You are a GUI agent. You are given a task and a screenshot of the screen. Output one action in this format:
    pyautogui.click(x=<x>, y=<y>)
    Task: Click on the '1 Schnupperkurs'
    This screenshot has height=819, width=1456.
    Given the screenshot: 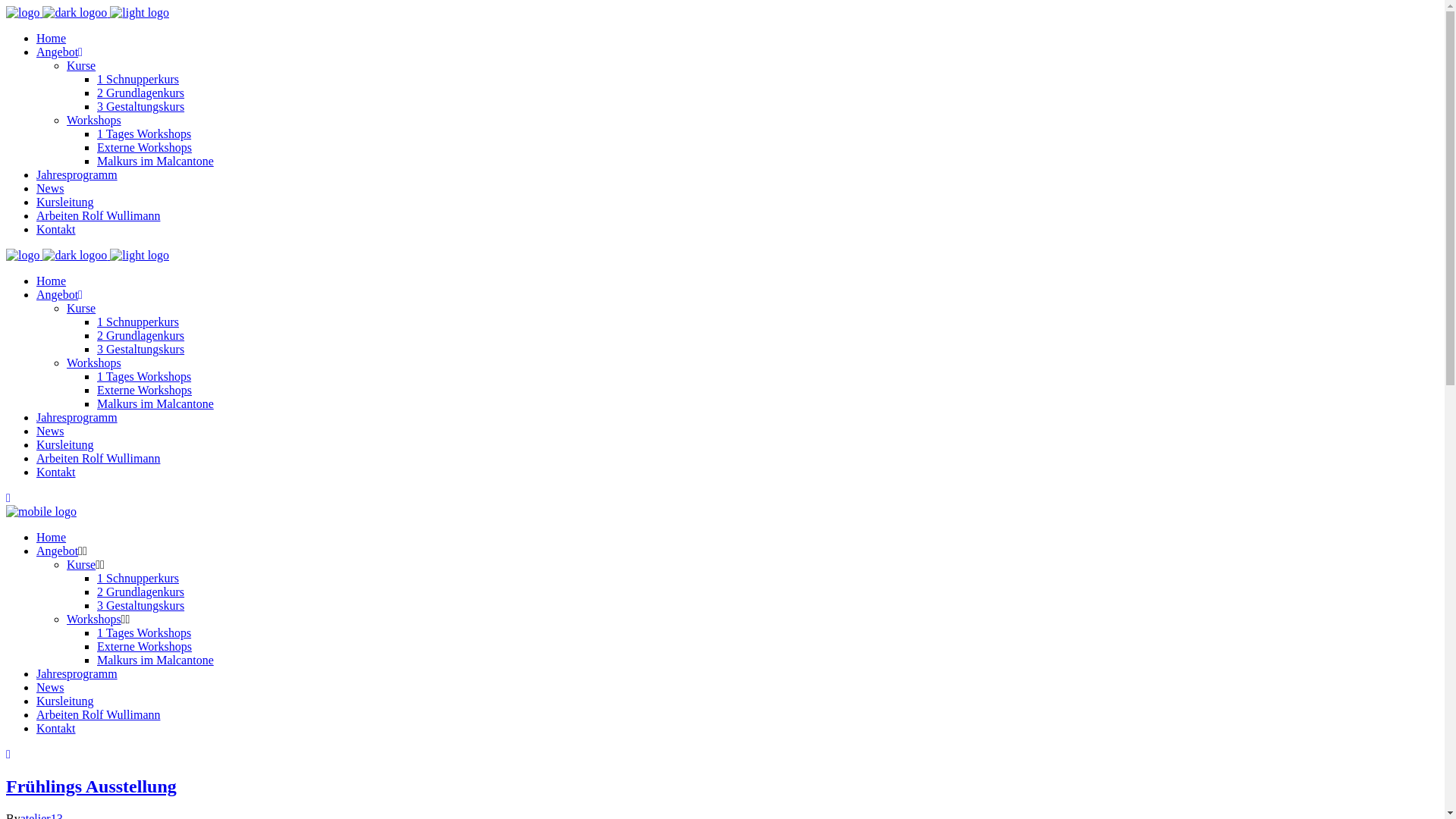 What is the action you would take?
    pyautogui.click(x=138, y=79)
    